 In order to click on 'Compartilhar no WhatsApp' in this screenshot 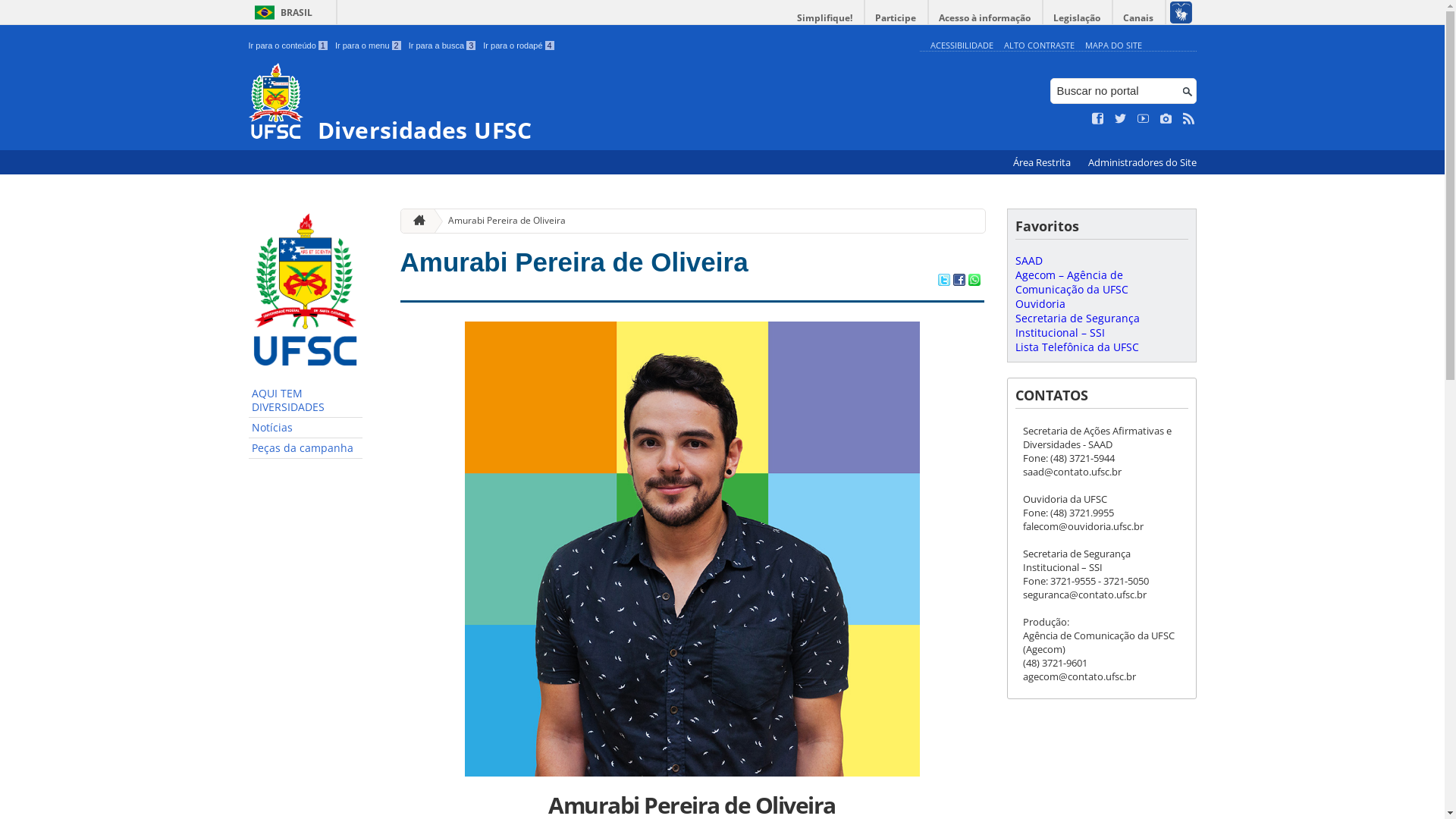, I will do `click(973, 281)`.